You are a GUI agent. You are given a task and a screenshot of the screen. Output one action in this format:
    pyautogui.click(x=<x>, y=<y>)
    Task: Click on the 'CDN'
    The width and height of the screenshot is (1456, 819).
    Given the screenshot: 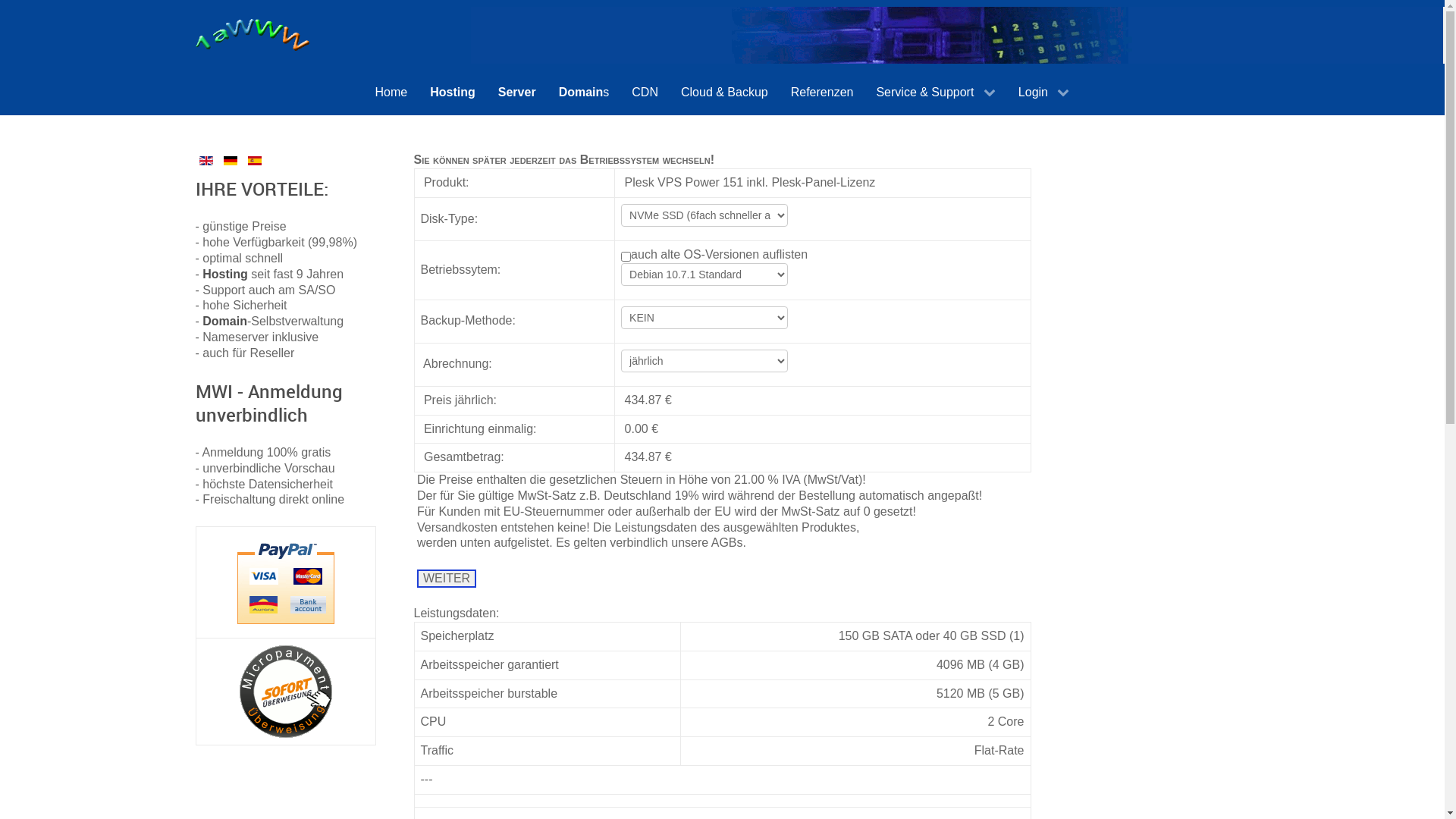 What is the action you would take?
    pyautogui.click(x=645, y=92)
    